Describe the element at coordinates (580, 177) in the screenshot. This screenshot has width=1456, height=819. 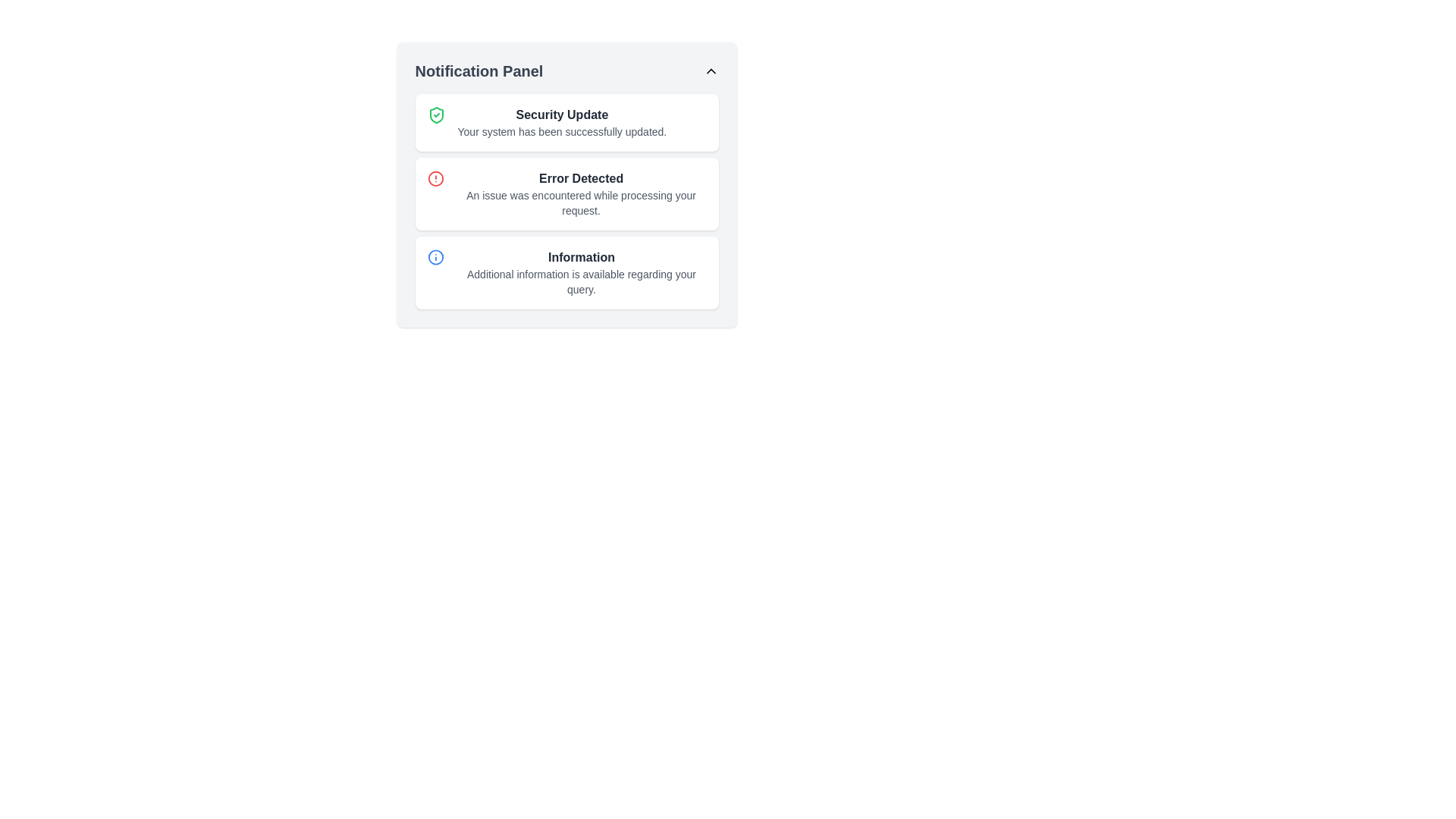
I see `text content of the bold 'Error Detected' label located in the notification panel under 'Security Update'` at that location.